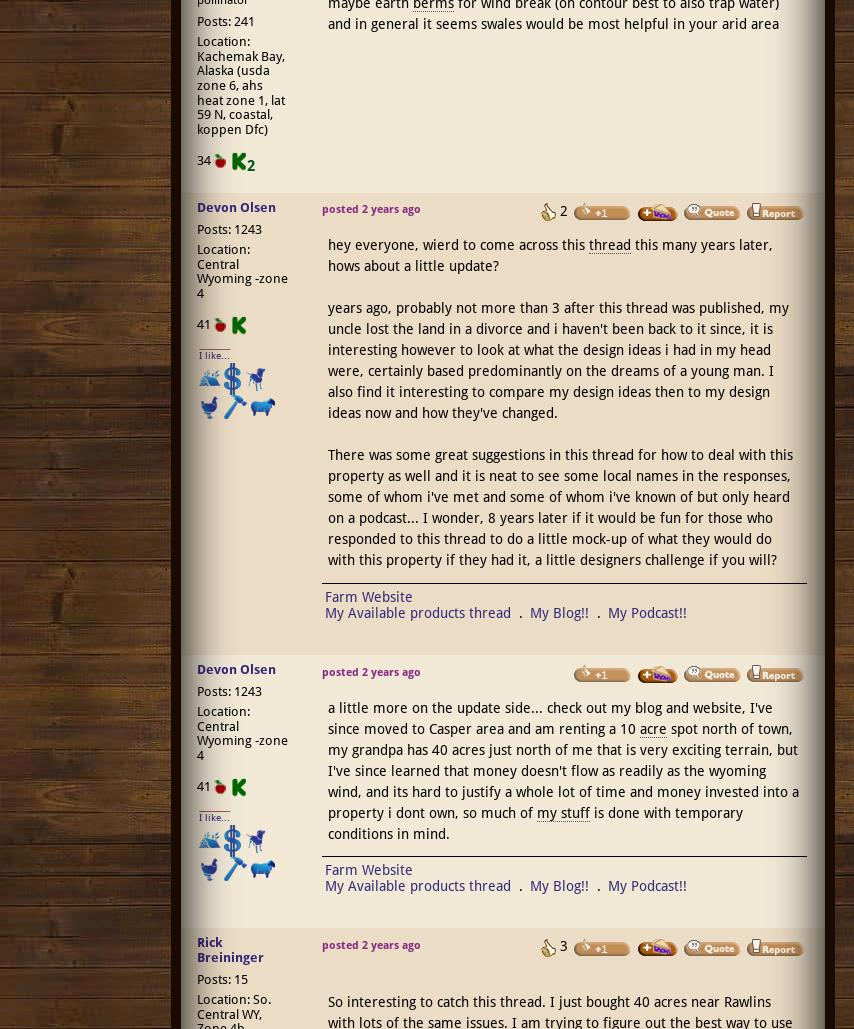 This screenshot has width=854, height=1029. Describe the element at coordinates (608, 244) in the screenshot. I see `'thread'` at that location.